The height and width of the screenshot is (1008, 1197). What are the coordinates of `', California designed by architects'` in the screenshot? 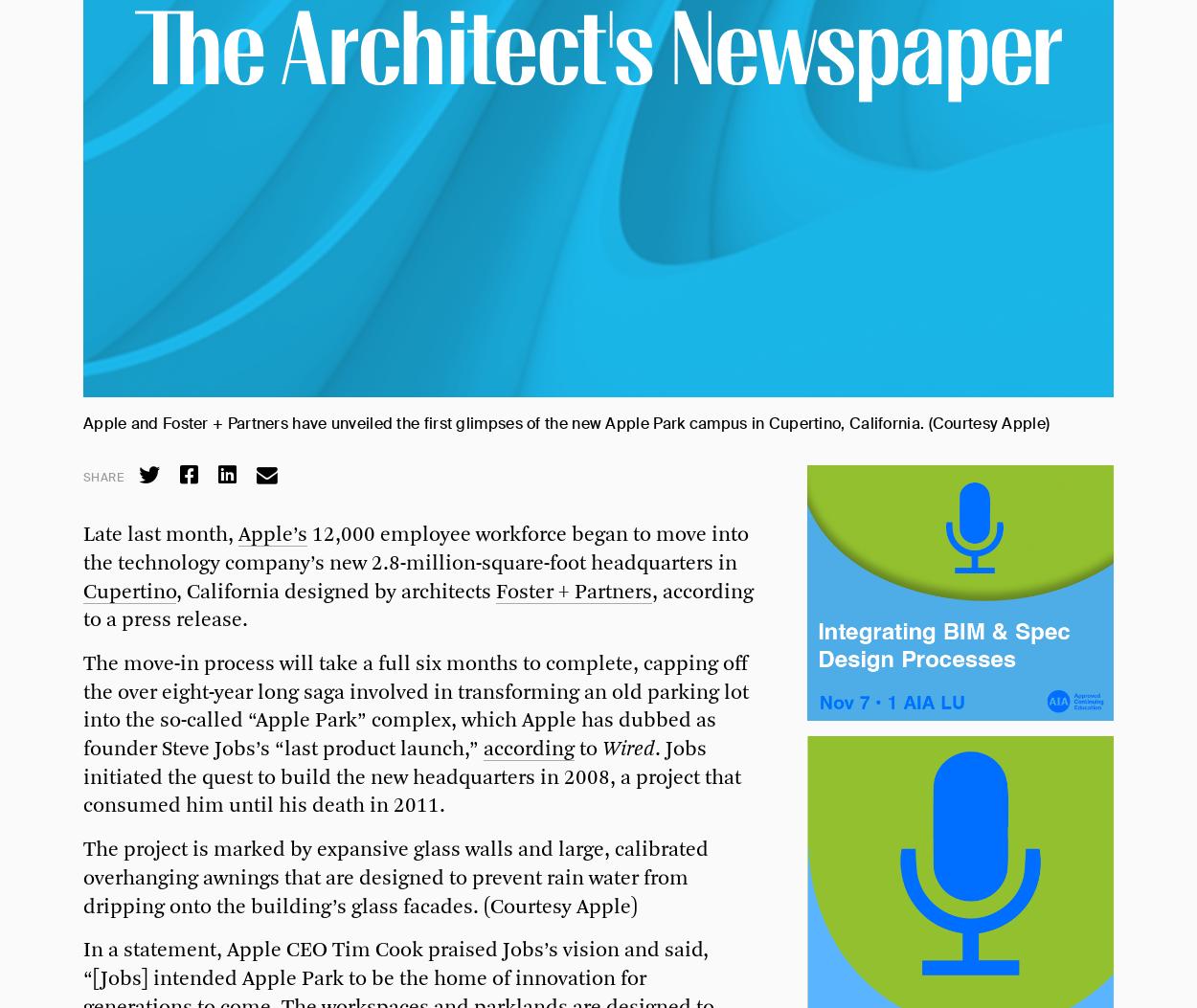 It's located at (335, 592).